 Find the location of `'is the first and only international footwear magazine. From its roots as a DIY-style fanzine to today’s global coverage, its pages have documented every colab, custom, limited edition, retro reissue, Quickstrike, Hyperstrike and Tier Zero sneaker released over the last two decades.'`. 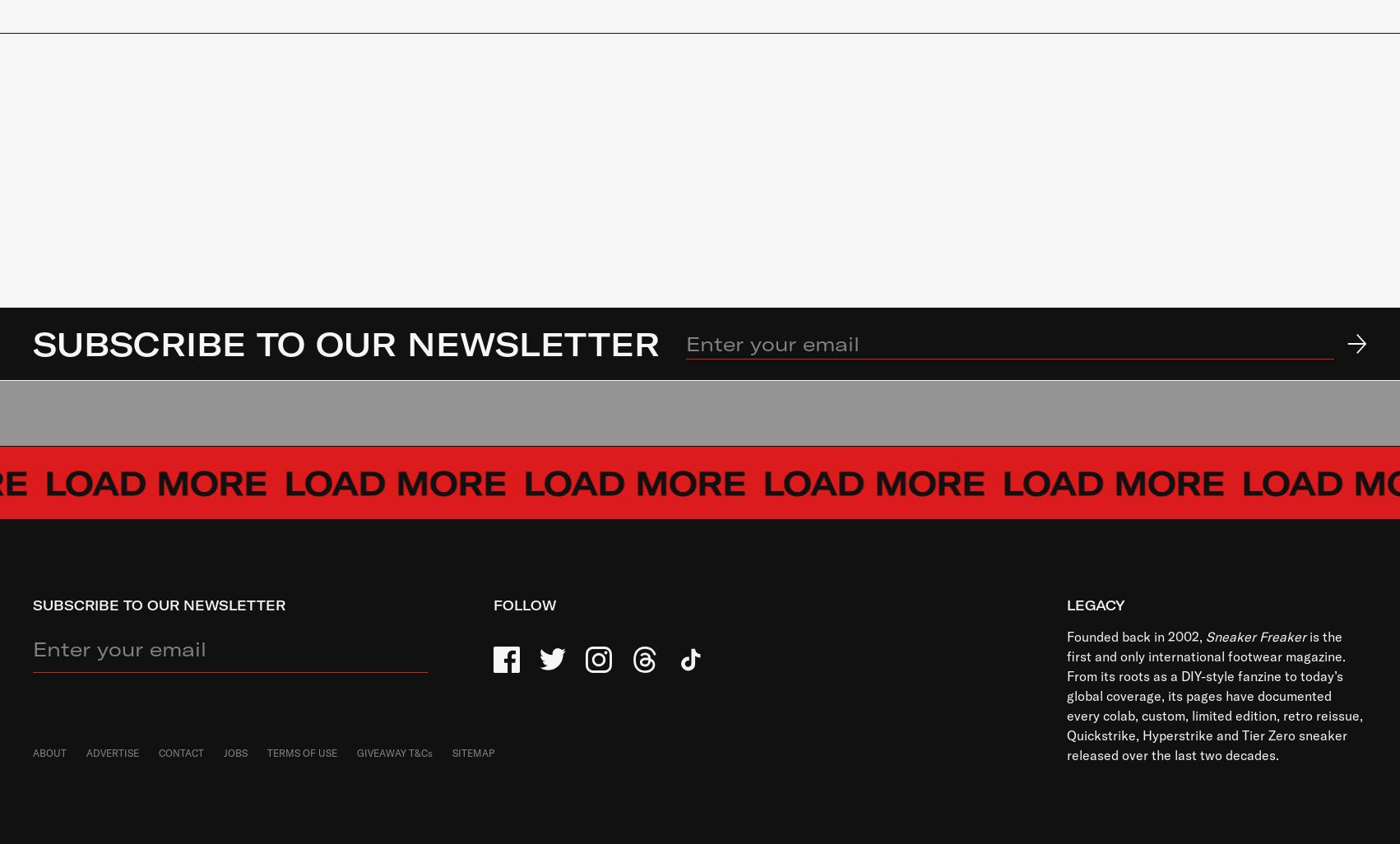

'is the first and only international footwear magazine. From its roots as a DIY-style fanzine to today’s global coverage, its pages have documented every colab, custom, limited edition, retro reissue, Quickstrike, Hyperstrike and Tier Zero sneaker released over the last two decades.' is located at coordinates (1065, 696).